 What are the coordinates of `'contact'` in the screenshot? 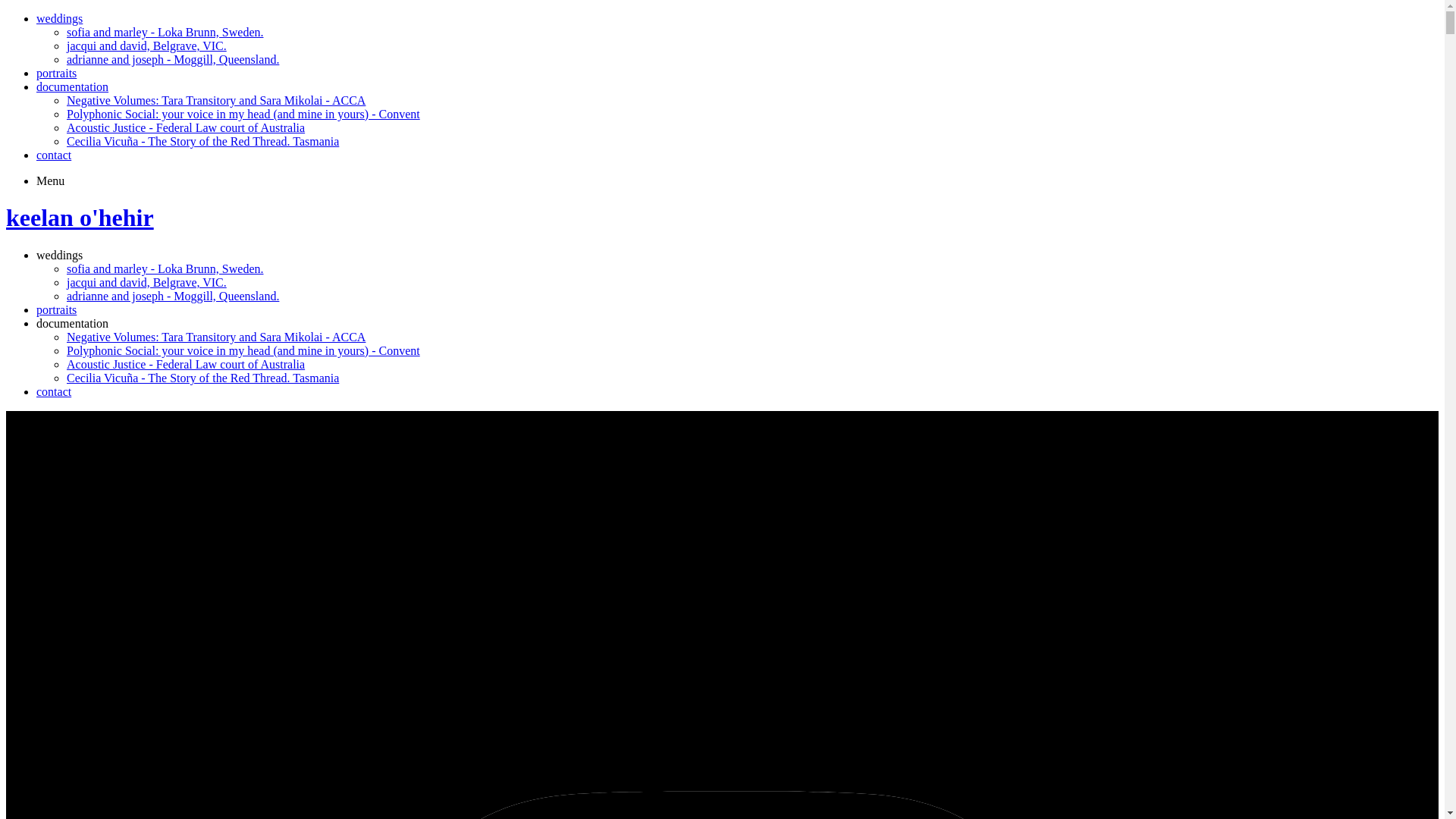 It's located at (54, 155).